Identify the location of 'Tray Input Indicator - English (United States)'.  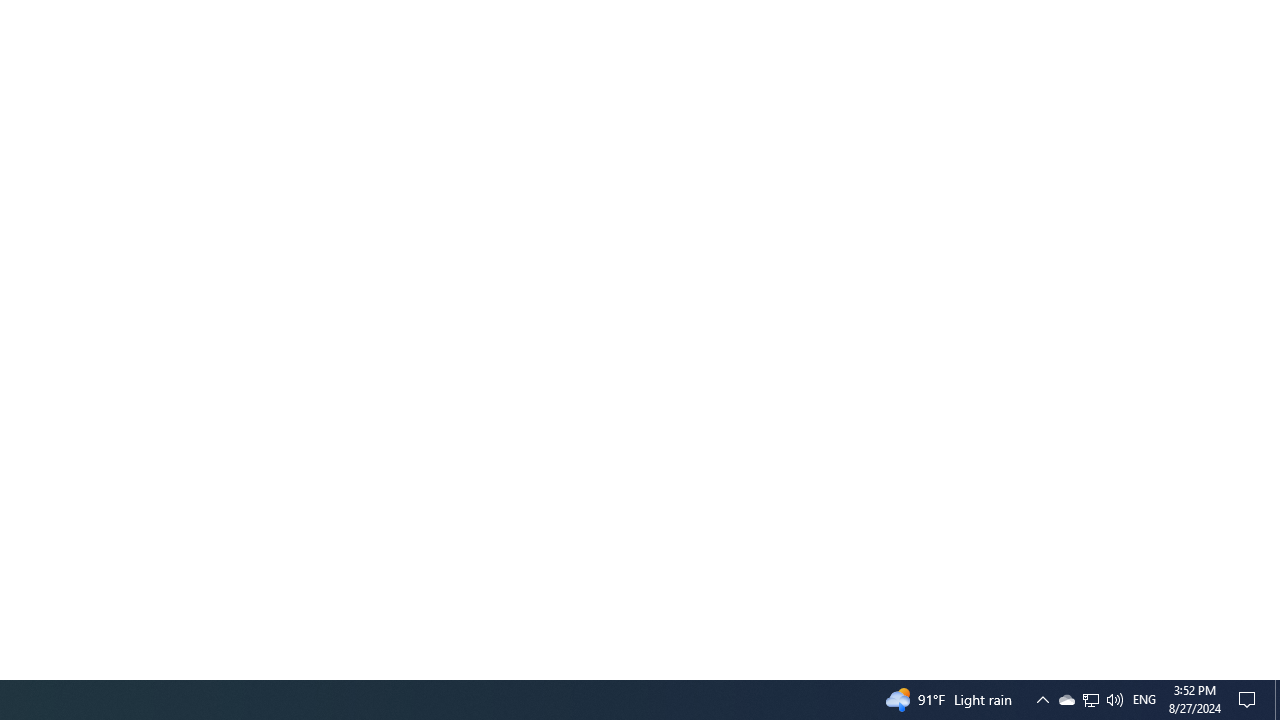
(1144, 698).